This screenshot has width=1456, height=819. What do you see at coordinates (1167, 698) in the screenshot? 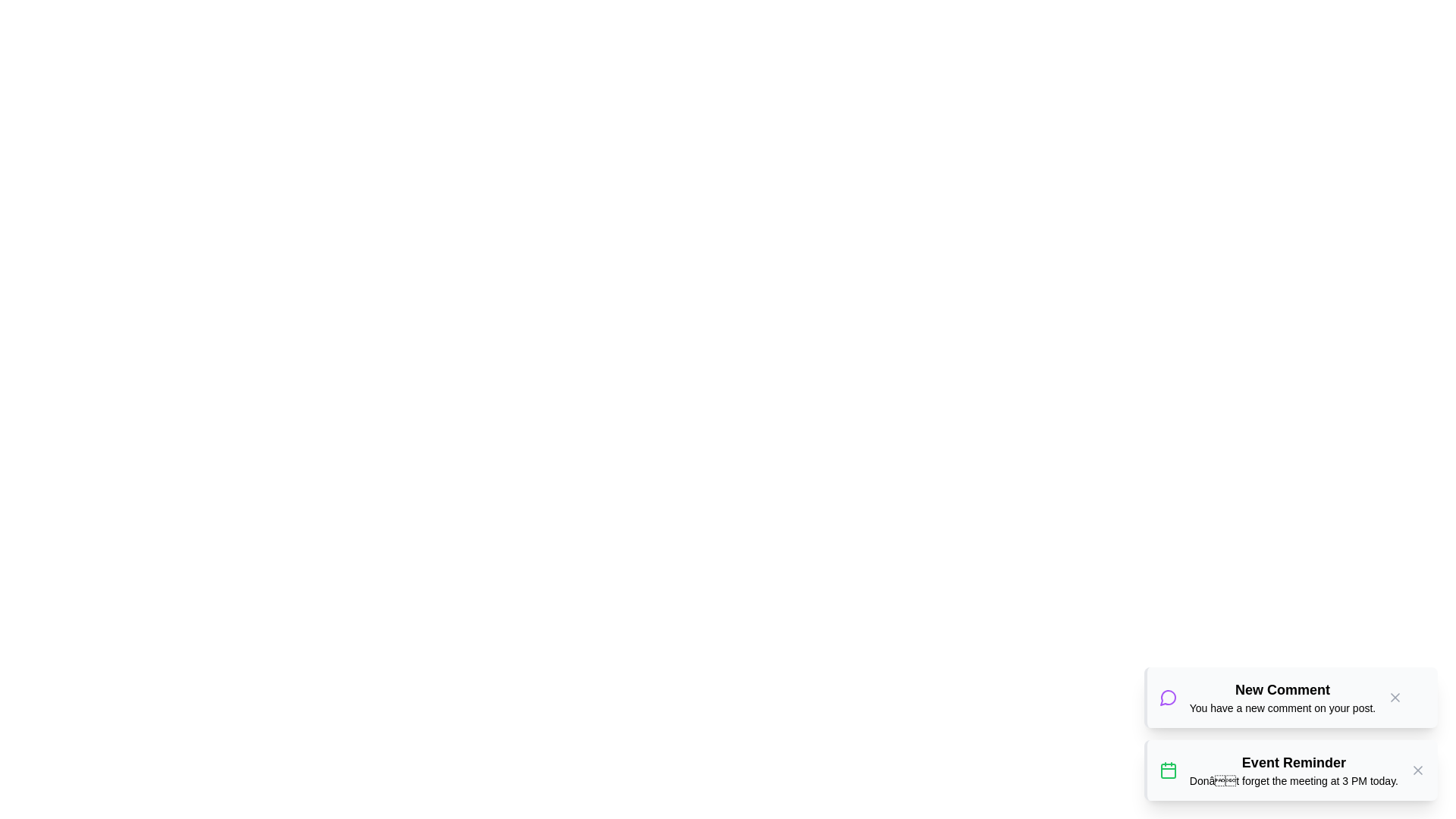
I see `the notification icon to interact with it` at bounding box center [1167, 698].